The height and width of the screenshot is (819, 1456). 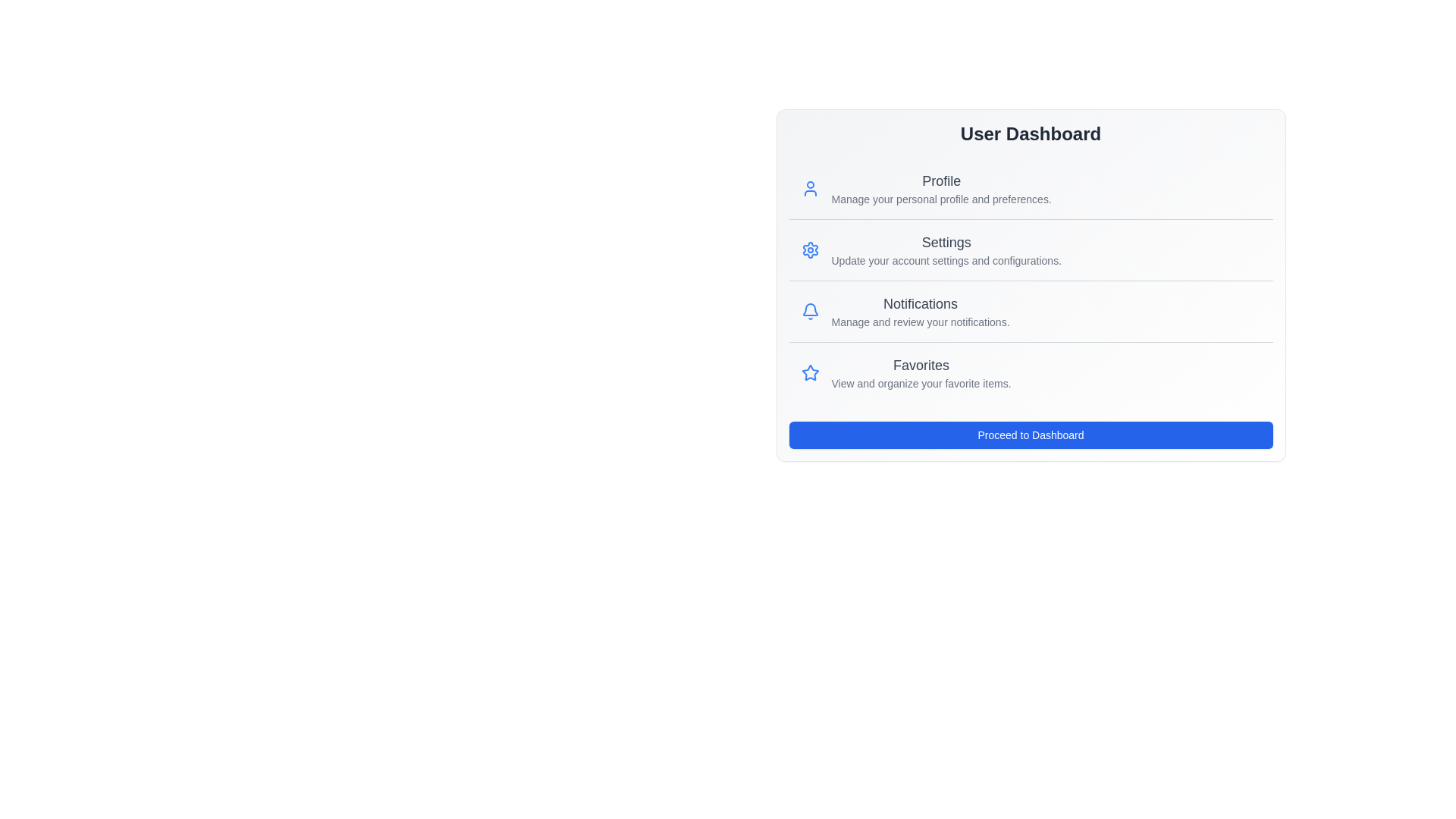 What do you see at coordinates (1031, 249) in the screenshot?
I see `the second clickable list item labeled 'Settings' in the User Dashboard` at bounding box center [1031, 249].